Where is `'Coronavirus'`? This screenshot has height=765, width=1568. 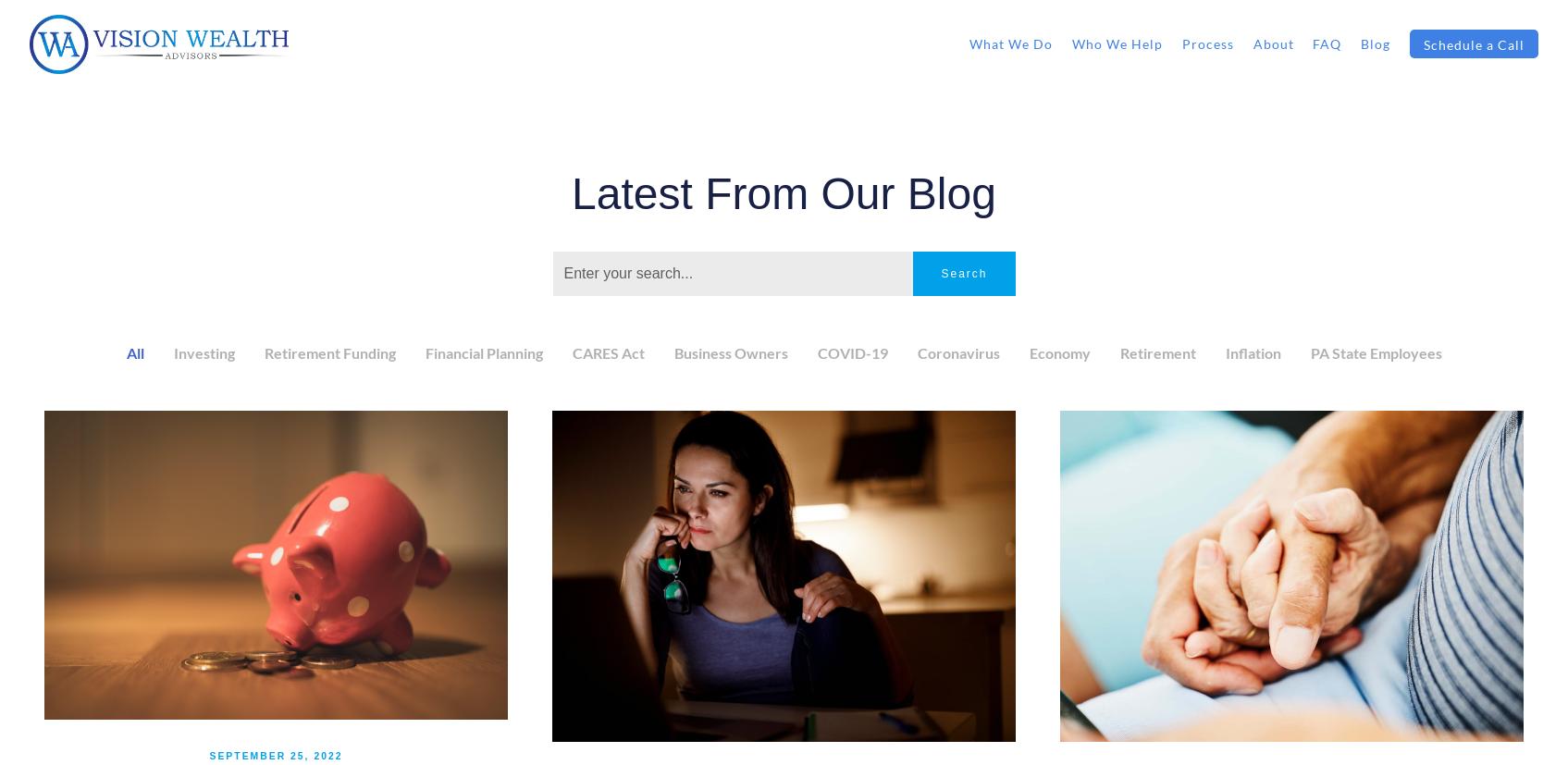 'Coronavirus' is located at coordinates (957, 352).